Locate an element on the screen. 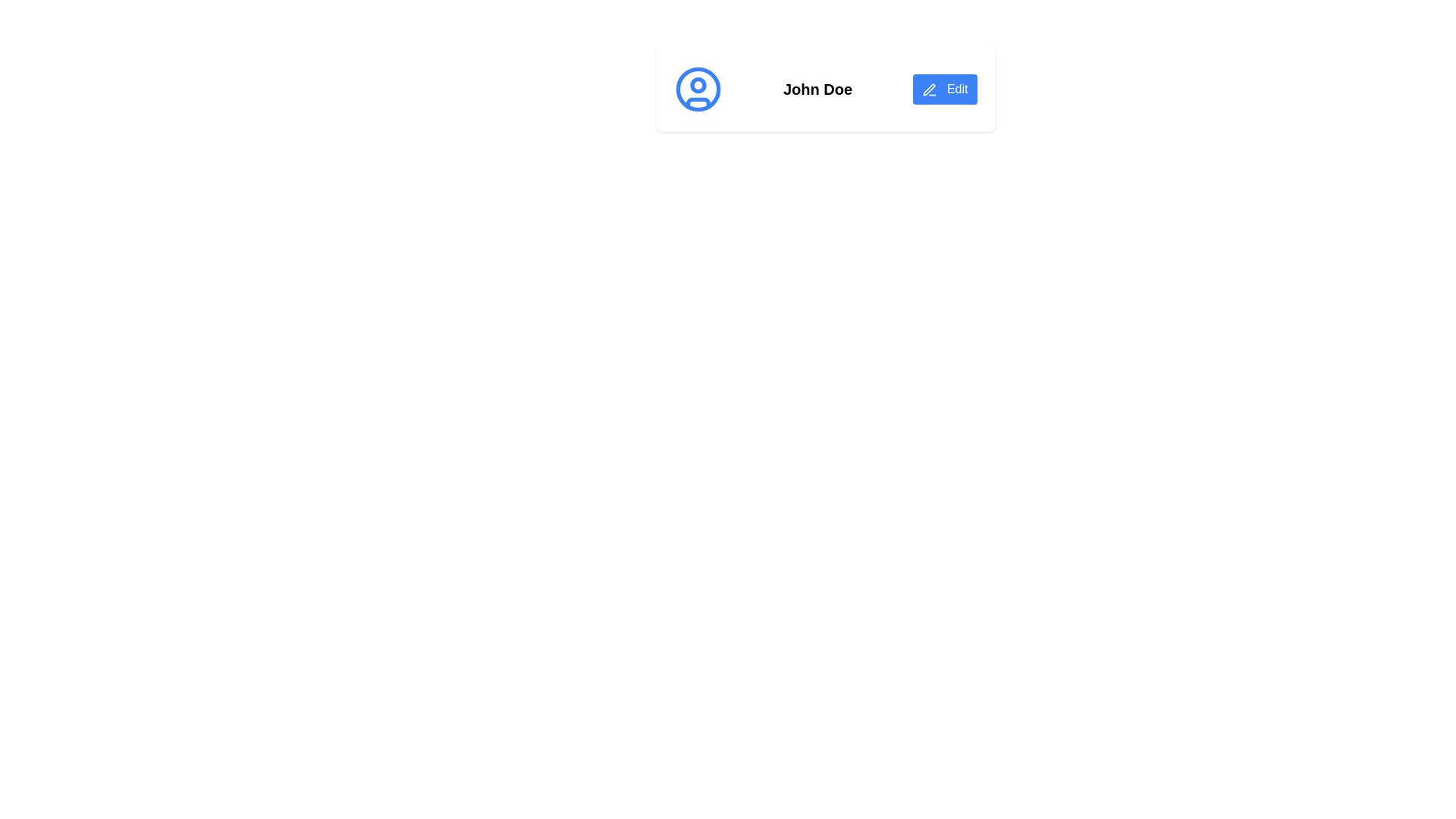  the edit button located to the right of the text 'John Doe' is located at coordinates (944, 89).